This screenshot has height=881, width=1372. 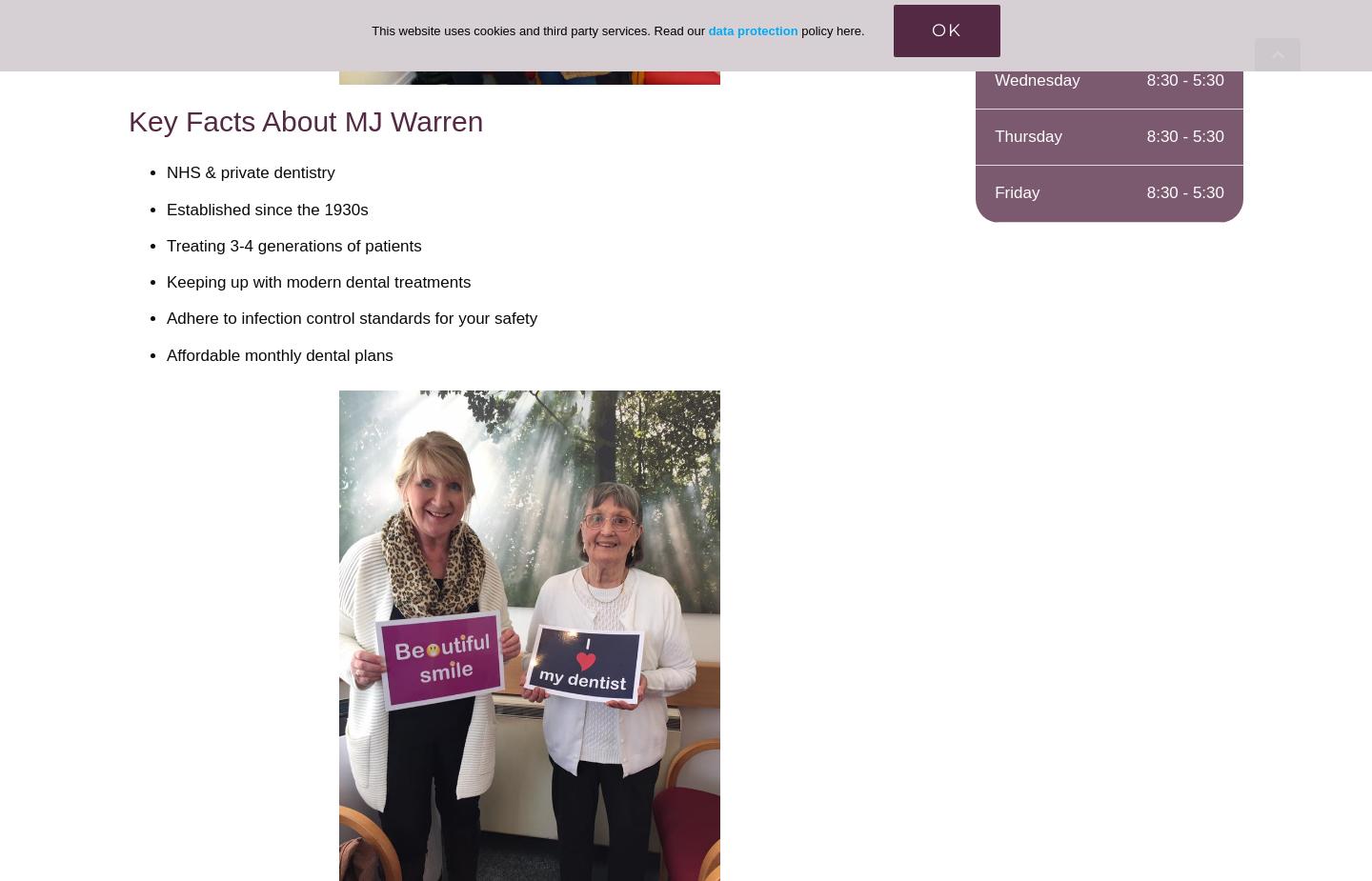 I want to click on 'Keeping up with modern dental treatments', so click(x=165, y=281).